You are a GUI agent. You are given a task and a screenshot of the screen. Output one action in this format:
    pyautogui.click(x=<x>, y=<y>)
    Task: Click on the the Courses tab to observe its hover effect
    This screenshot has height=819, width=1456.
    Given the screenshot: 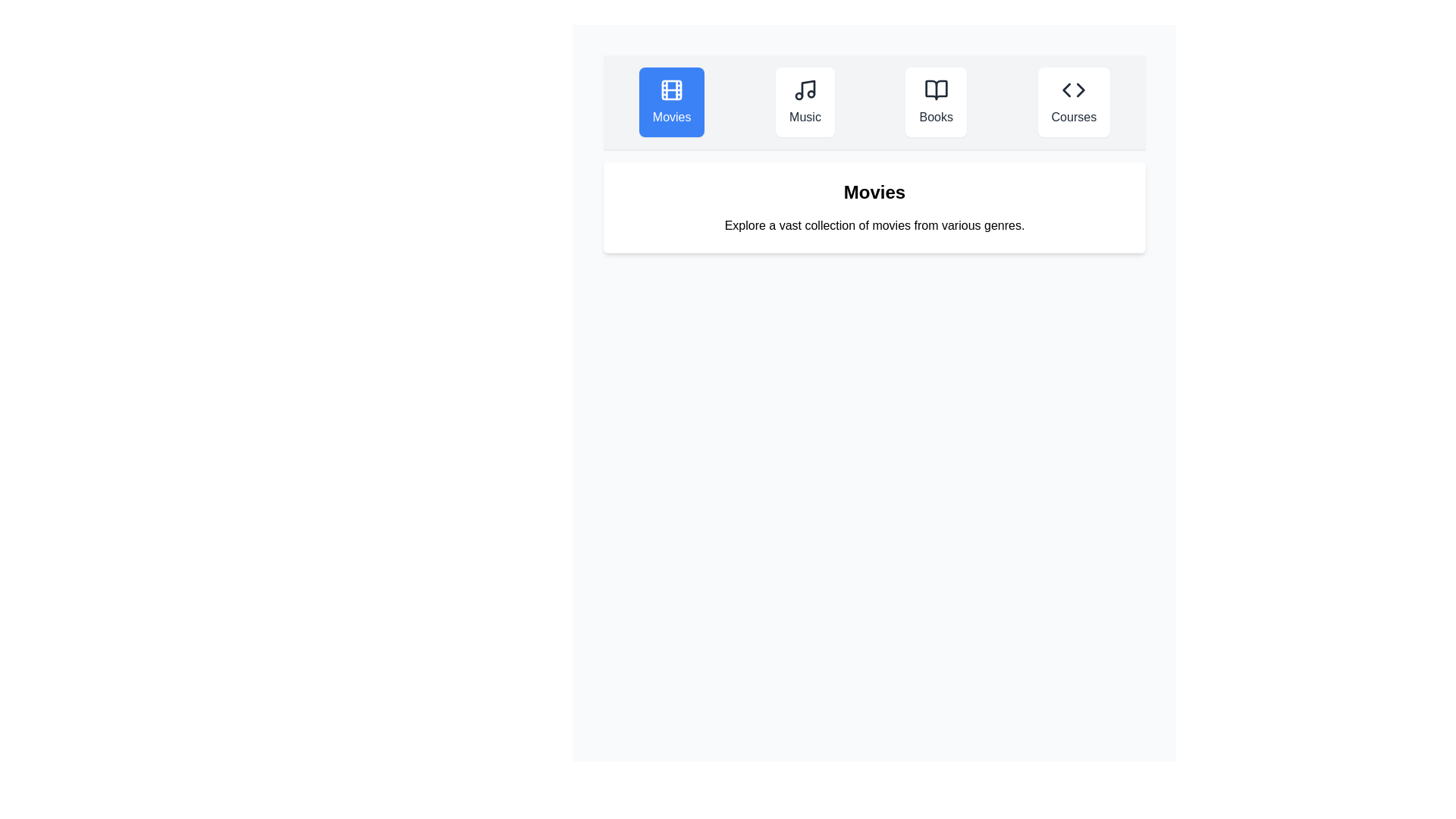 What is the action you would take?
    pyautogui.click(x=1073, y=102)
    